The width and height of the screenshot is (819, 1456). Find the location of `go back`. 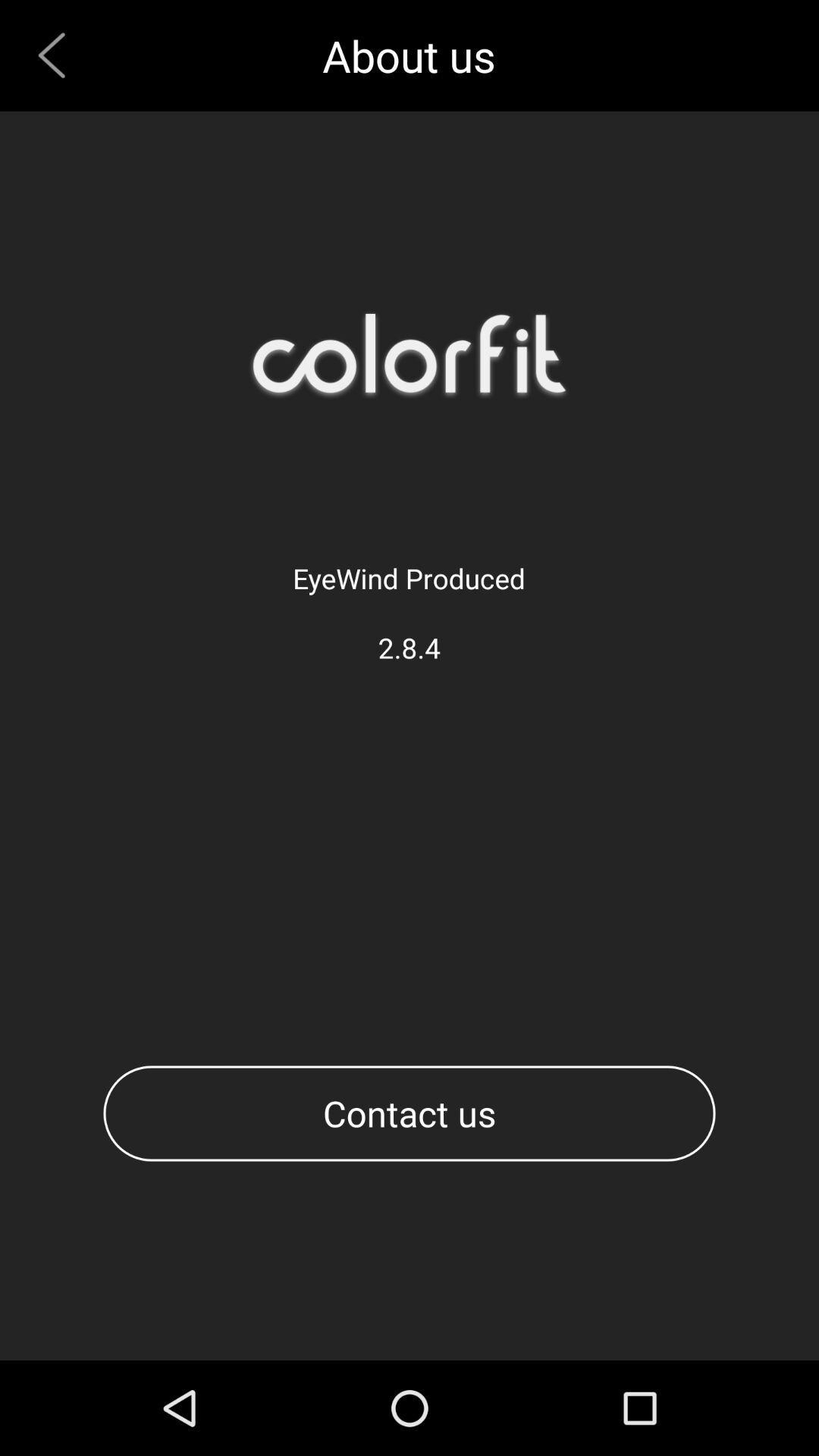

go back is located at coordinates (57, 55).